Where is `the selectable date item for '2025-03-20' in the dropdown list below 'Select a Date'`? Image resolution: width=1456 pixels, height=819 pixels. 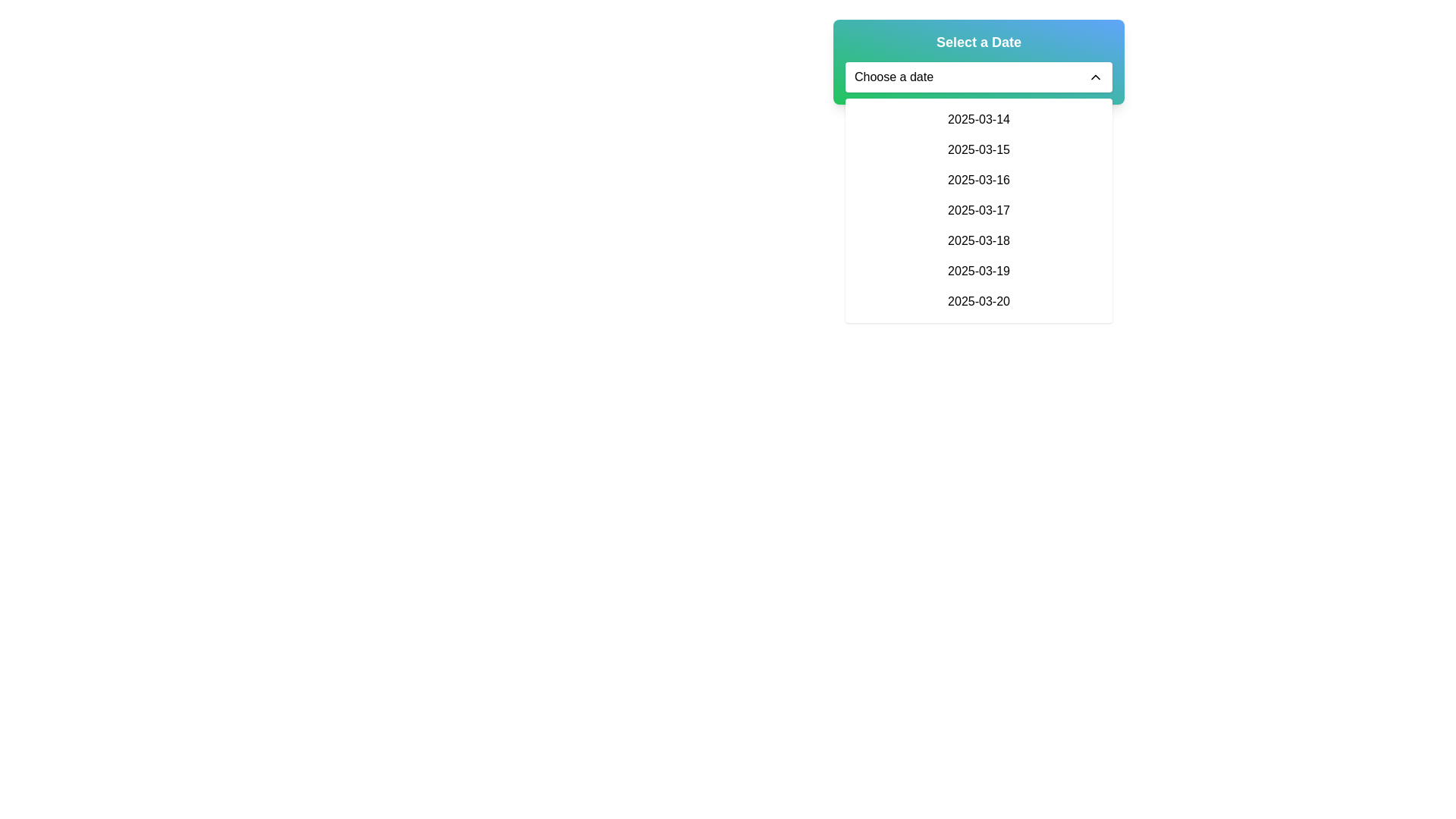
the selectable date item for '2025-03-20' in the dropdown list below 'Select a Date' is located at coordinates (979, 301).